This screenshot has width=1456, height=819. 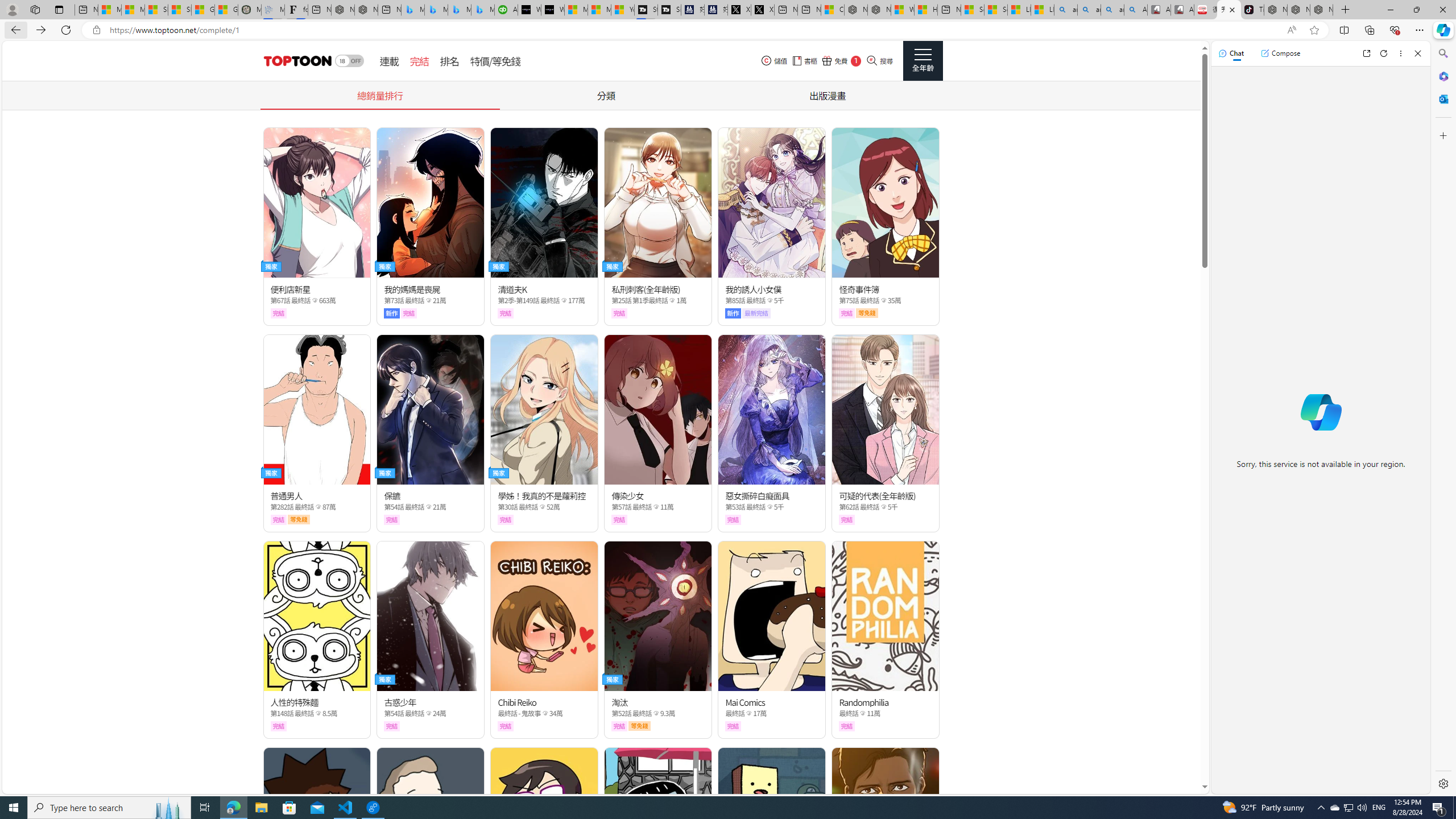 I want to click on 'All Cubot phones', so click(x=1182, y=9).